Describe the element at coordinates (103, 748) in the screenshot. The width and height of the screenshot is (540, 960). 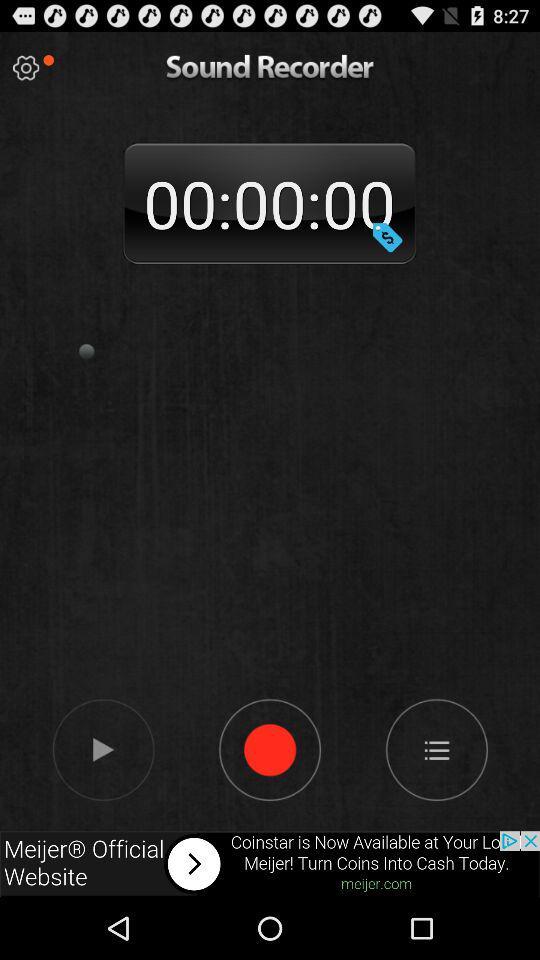
I see `the sound` at that location.